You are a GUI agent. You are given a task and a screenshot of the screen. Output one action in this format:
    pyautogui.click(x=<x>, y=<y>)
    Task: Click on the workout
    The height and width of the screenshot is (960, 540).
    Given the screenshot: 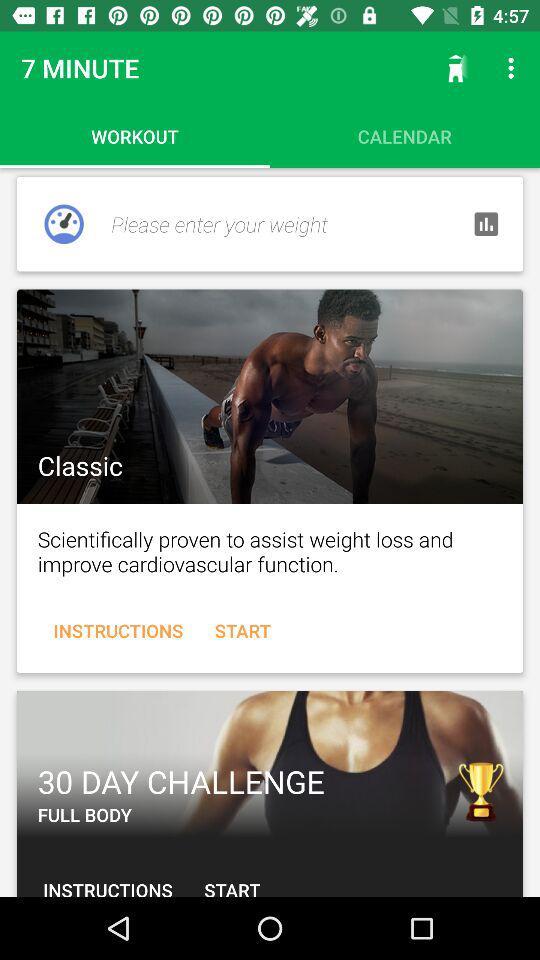 What is the action you would take?
    pyautogui.click(x=270, y=763)
    